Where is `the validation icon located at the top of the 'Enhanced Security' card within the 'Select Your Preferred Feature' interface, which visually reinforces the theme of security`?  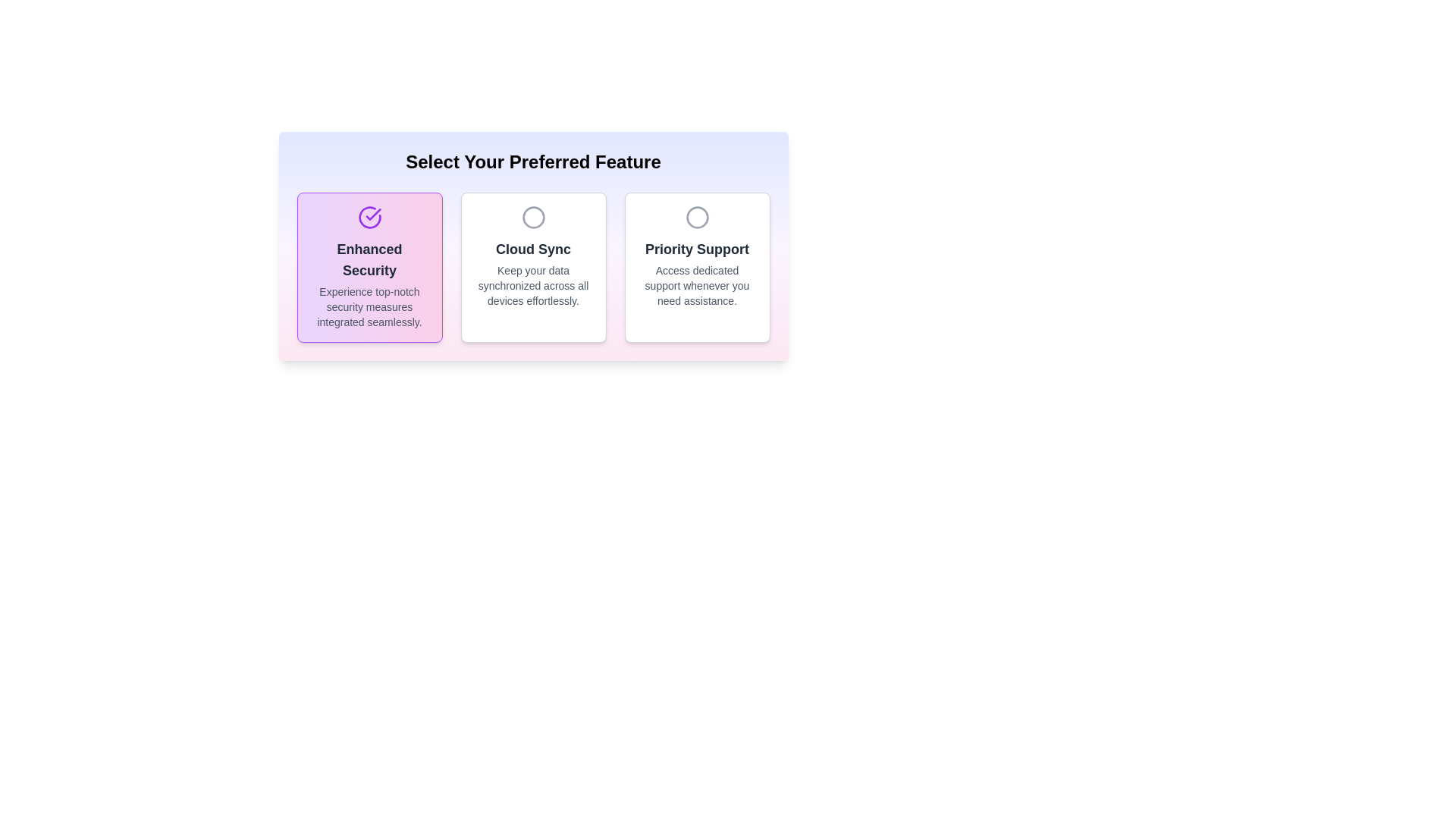 the validation icon located at the top of the 'Enhanced Security' card within the 'Select Your Preferred Feature' interface, which visually reinforces the theme of security is located at coordinates (369, 217).